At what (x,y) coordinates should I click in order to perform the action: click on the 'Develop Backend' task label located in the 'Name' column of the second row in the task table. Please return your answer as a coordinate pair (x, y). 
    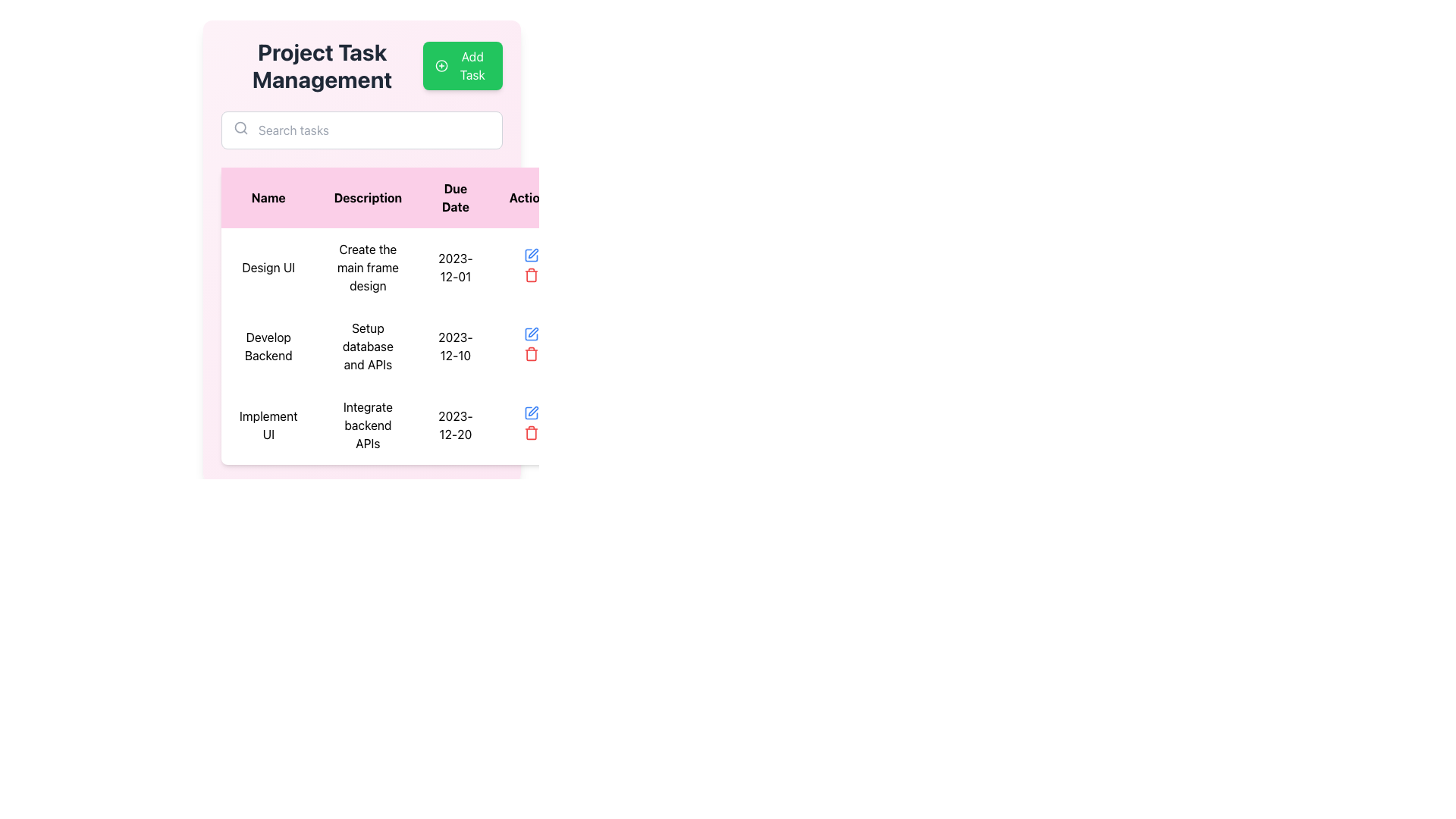
    Looking at the image, I should click on (268, 346).